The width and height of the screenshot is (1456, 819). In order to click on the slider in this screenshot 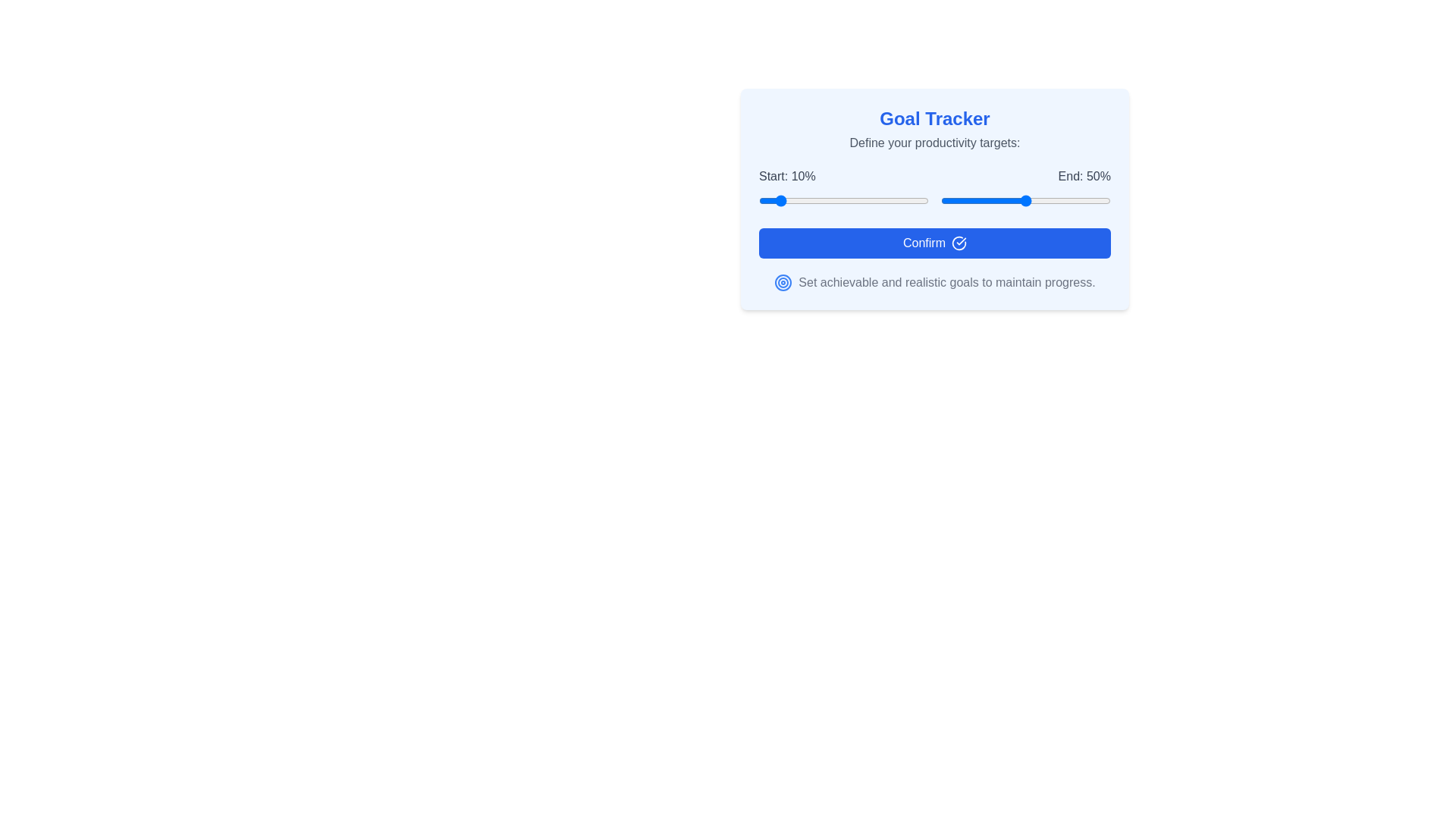, I will do `click(988, 200)`.